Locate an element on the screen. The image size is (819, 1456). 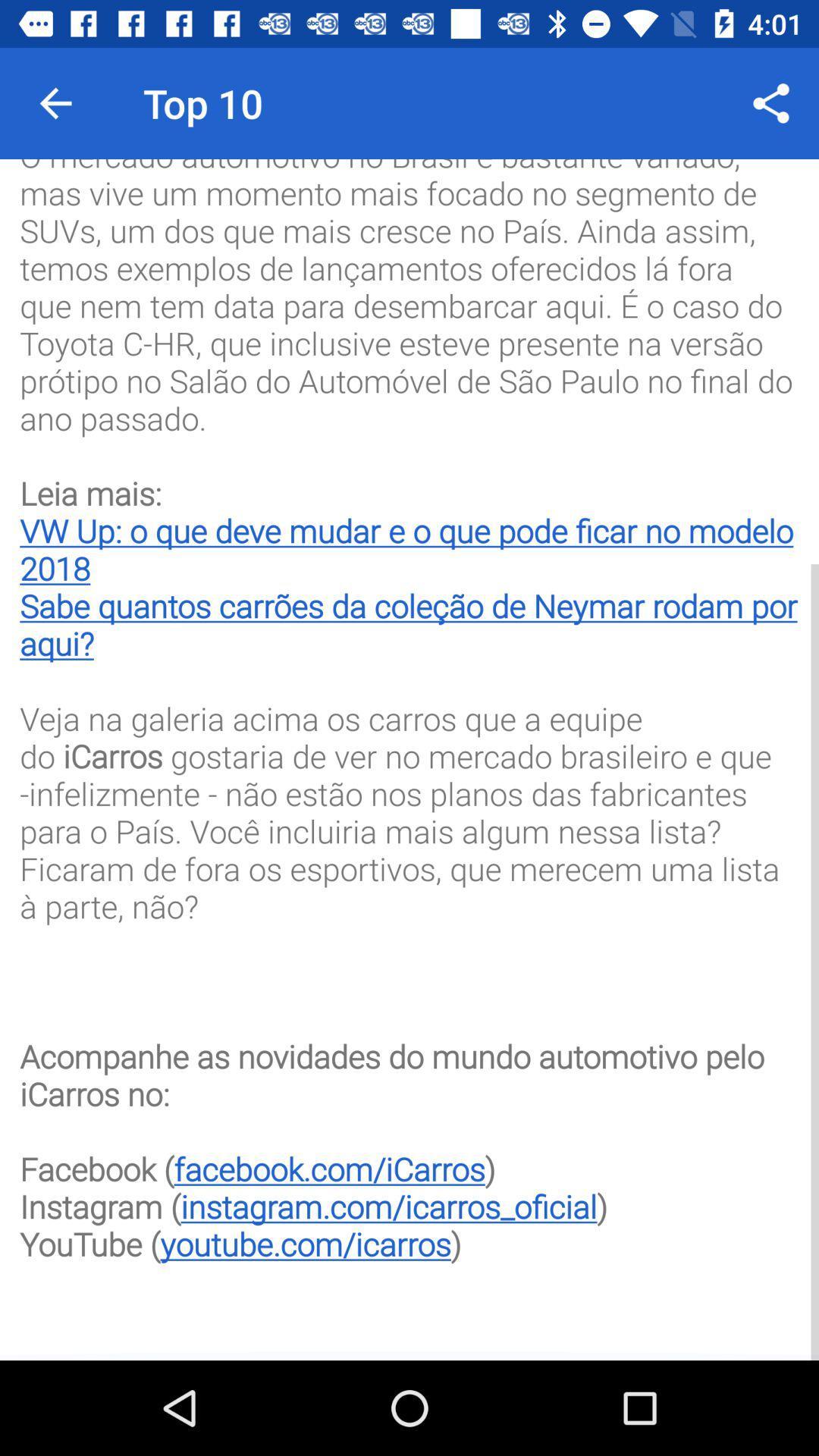
the icon above the o mercado automotivo item is located at coordinates (771, 102).